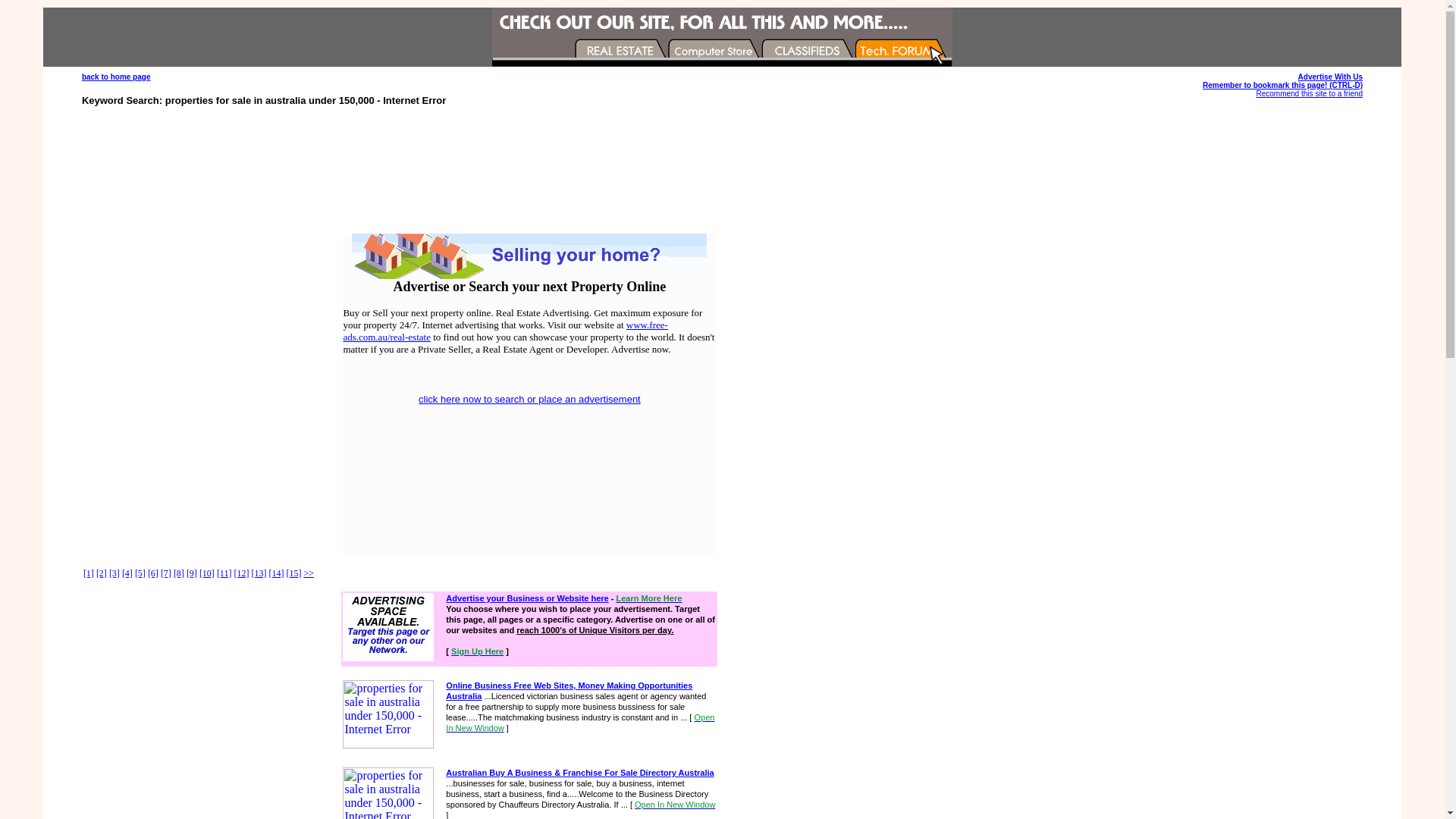 The image size is (1456, 819). Describe the element at coordinates (673, 803) in the screenshot. I see `'Open In New Window'` at that location.